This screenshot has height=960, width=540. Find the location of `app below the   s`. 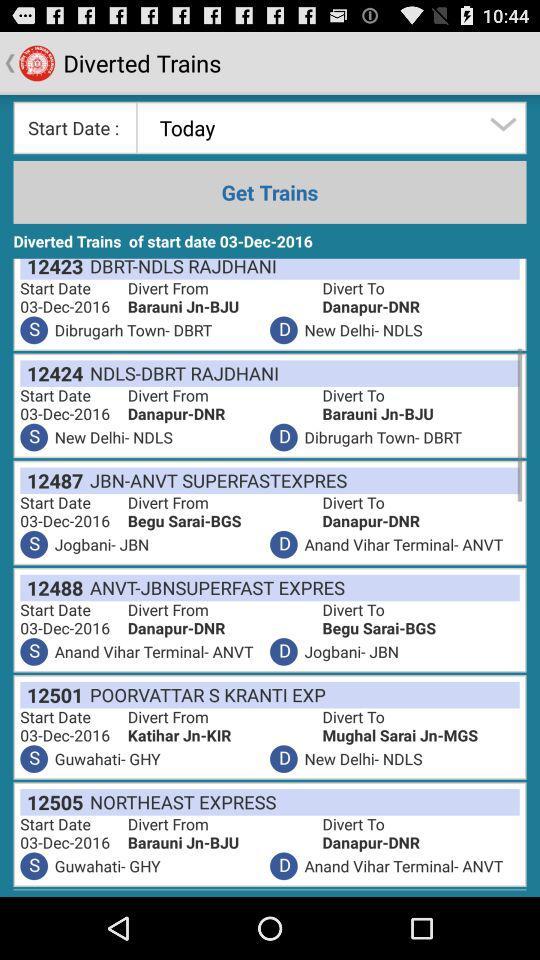

app below the   s is located at coordinates (51, 802).